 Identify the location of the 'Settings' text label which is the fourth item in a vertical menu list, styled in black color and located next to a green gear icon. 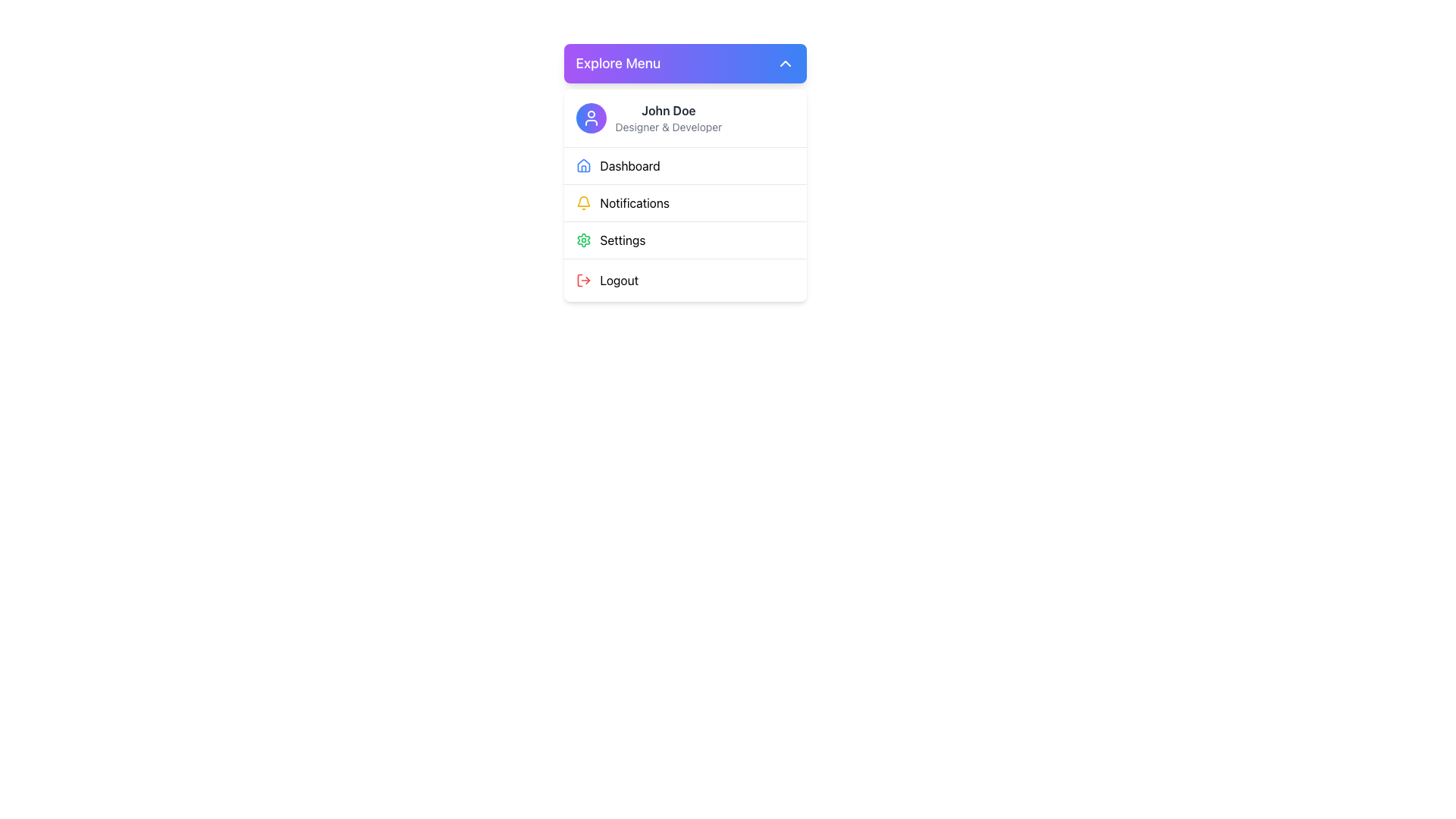
(623, 239).